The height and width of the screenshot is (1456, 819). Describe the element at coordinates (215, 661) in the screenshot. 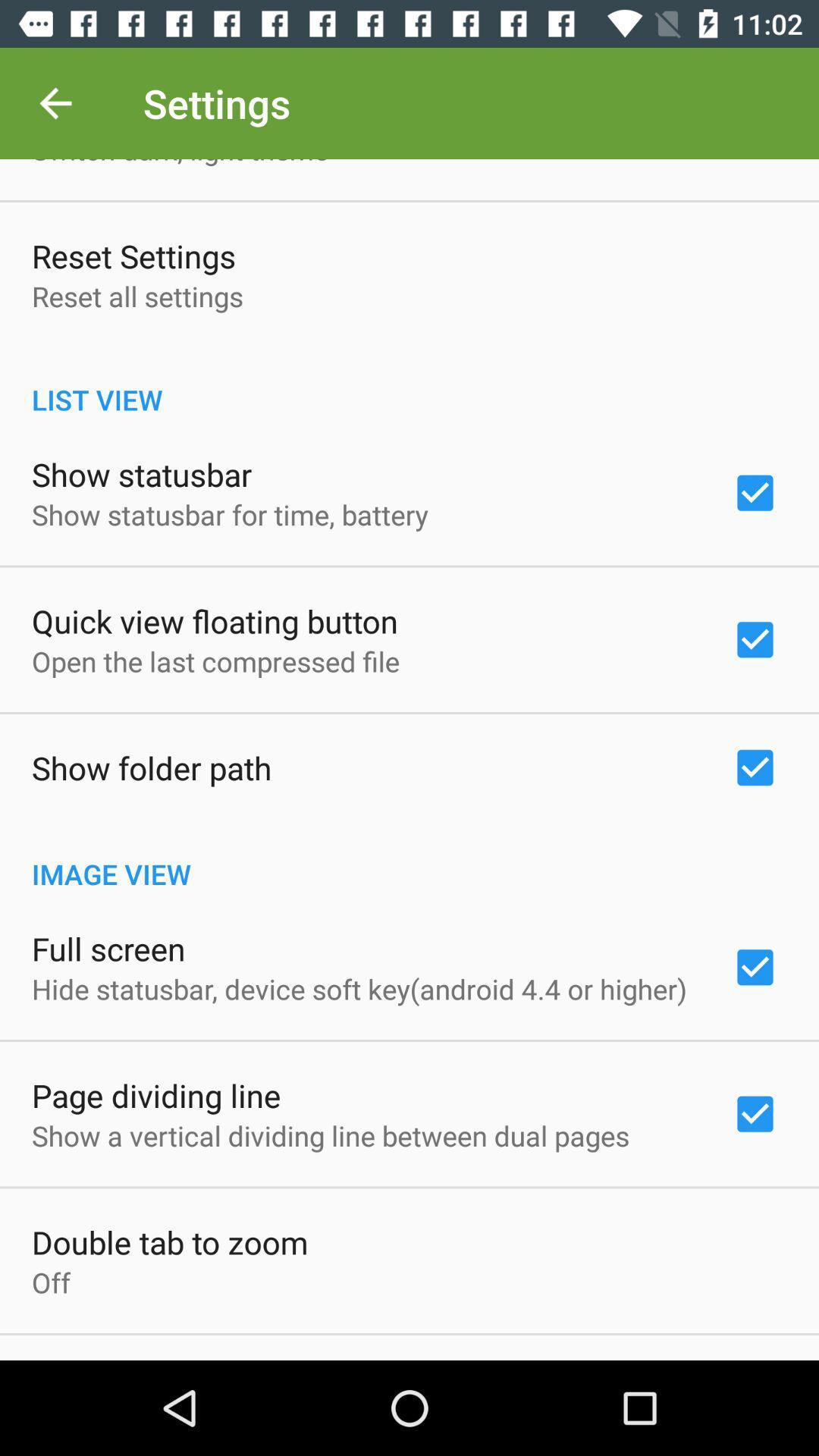

I see `open the last` at that location.